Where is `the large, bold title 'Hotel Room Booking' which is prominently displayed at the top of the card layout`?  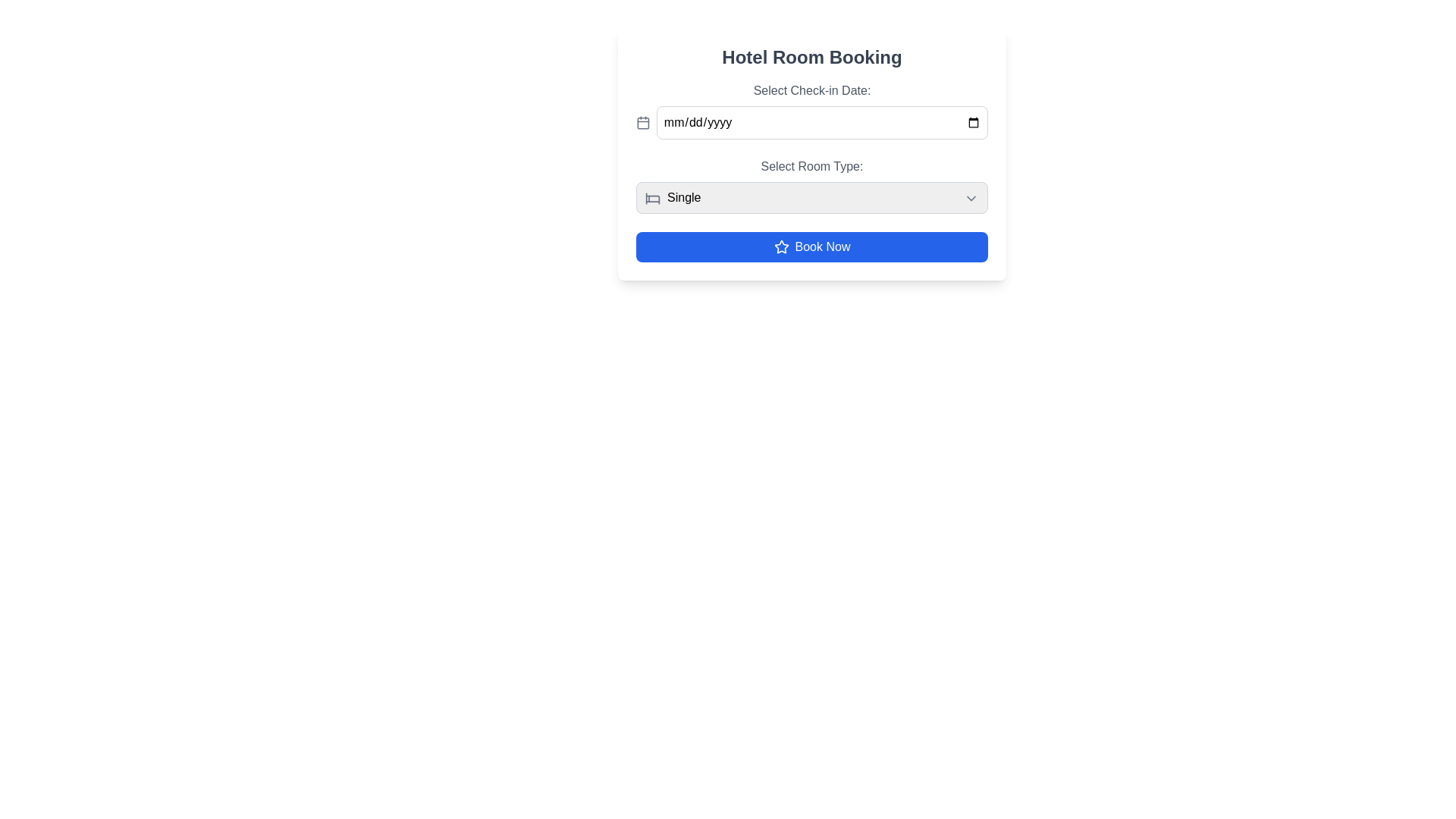
the large, bold title 'Hotel Room Booking' which is prominently displayed at the top of the card layout is located at coordinates (811, 57).